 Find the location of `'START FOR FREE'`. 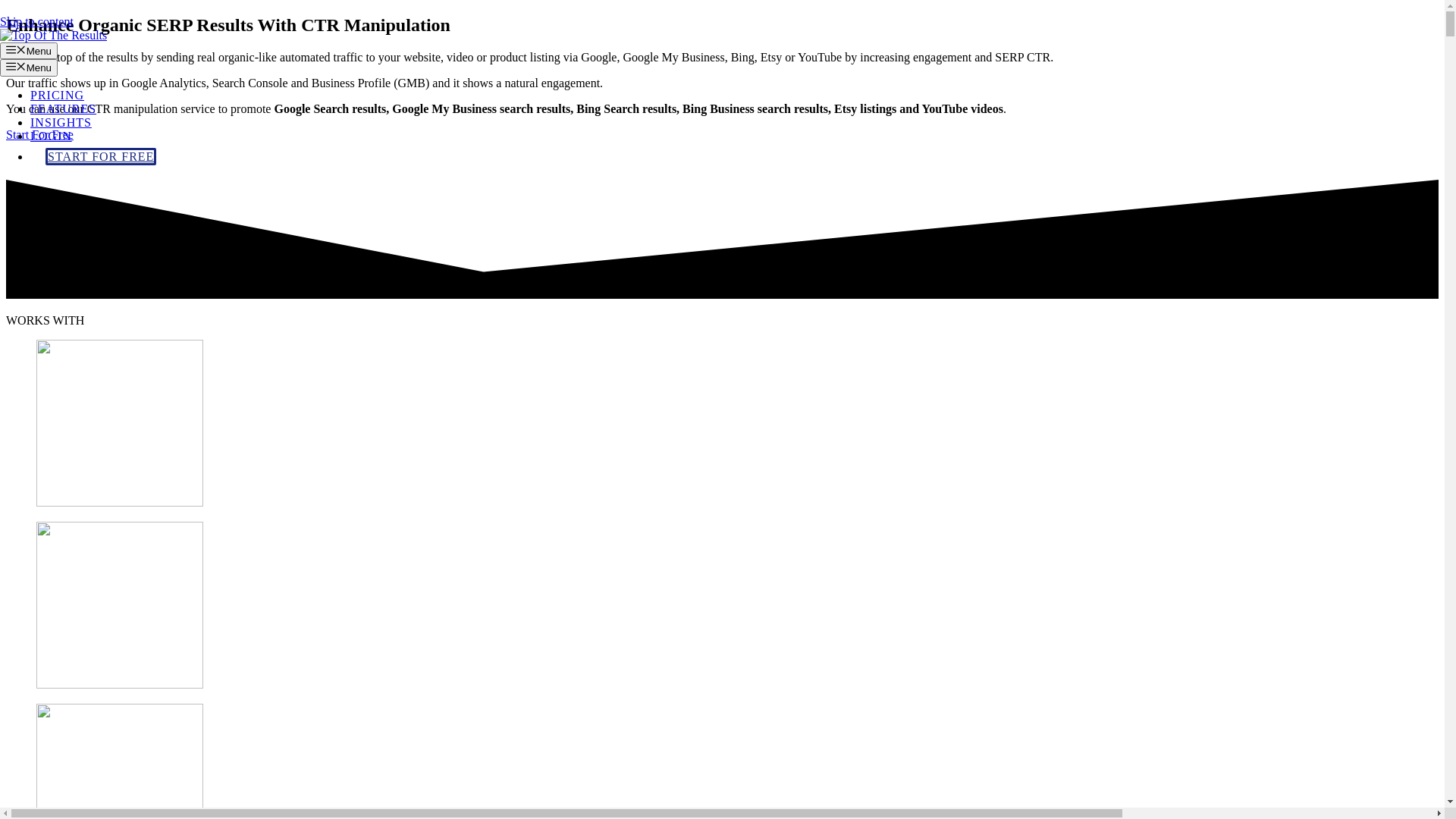

'START FOR FREE' is located at coordinates (45, 156).